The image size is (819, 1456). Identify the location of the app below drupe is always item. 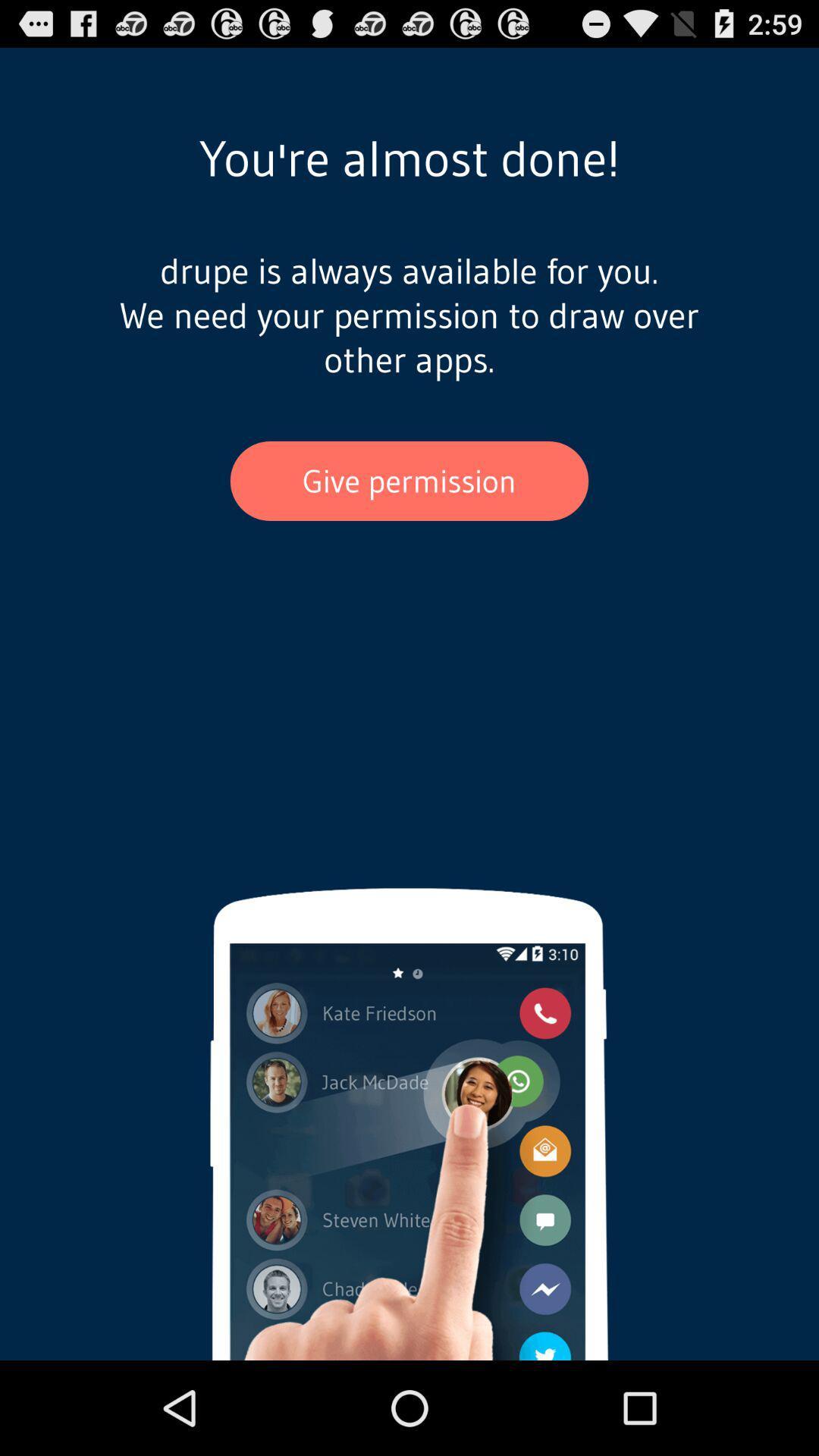
(409, 480).